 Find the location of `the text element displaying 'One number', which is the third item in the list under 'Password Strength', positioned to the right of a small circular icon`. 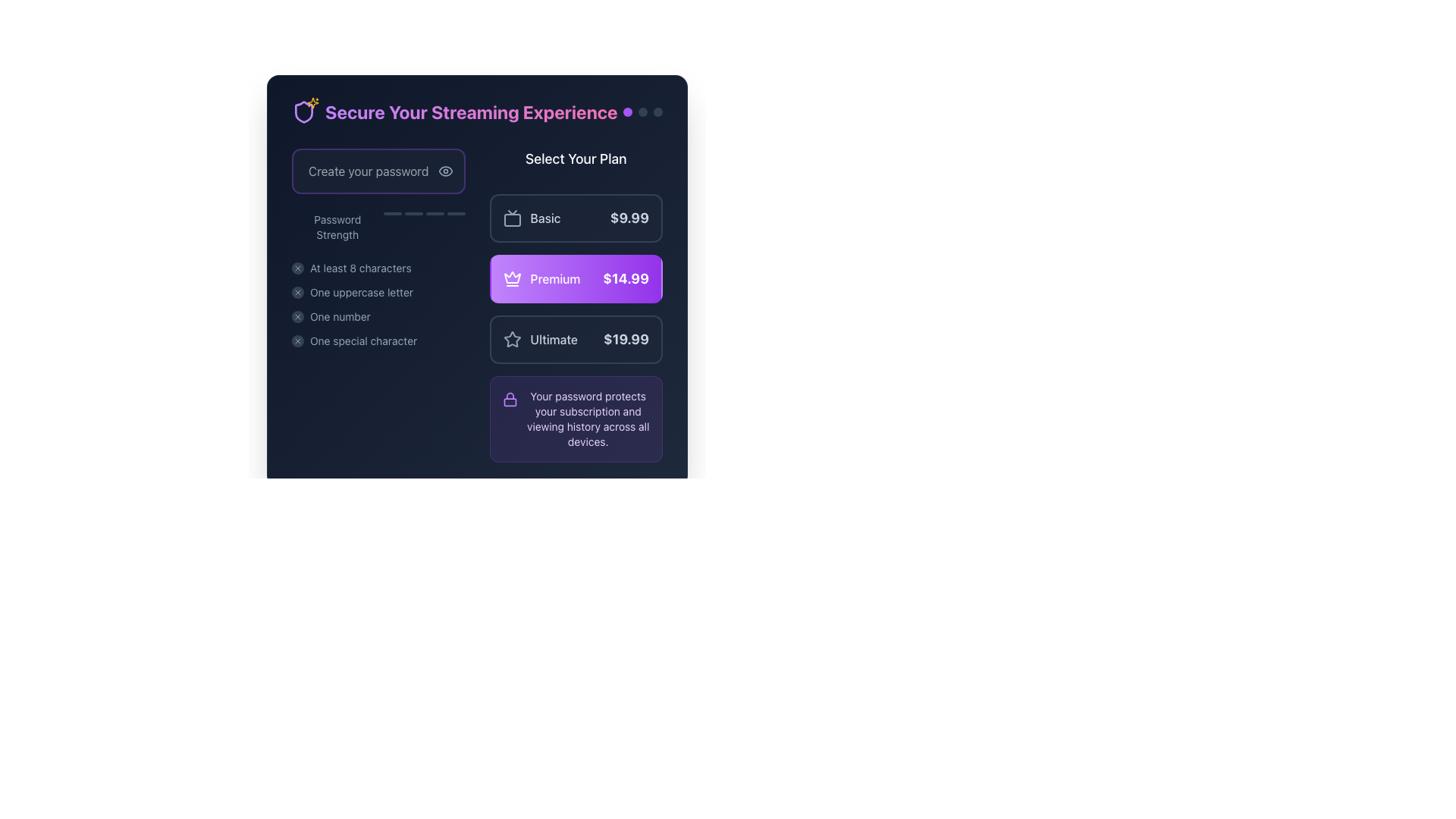

the text element displaying 'One number', which is the third item in the list under 'Password Strength', positioned to the right of a small circular icon is located at coordinates (339, 315).